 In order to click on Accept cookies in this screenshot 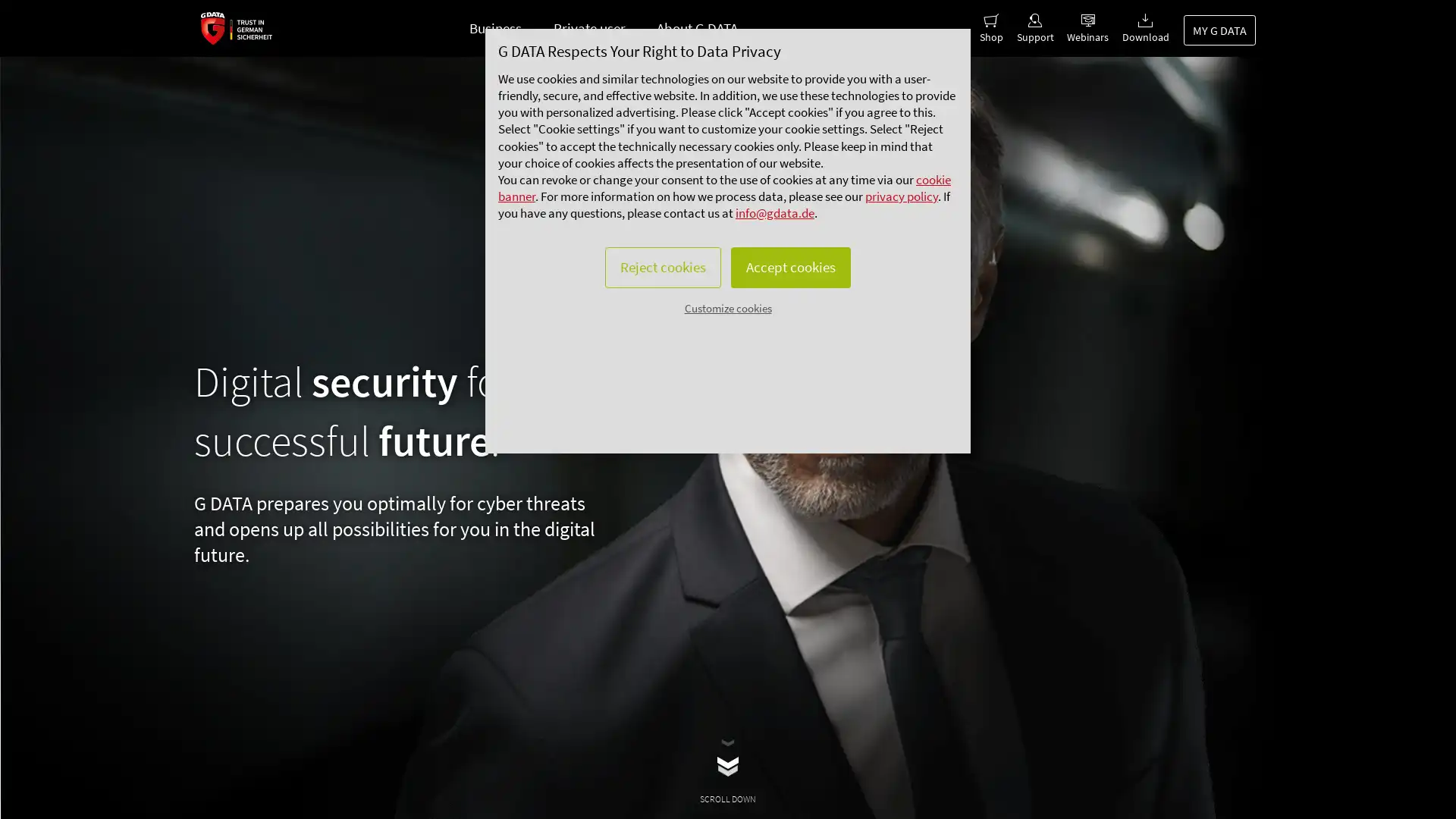, I will do `click(793, 300)`.